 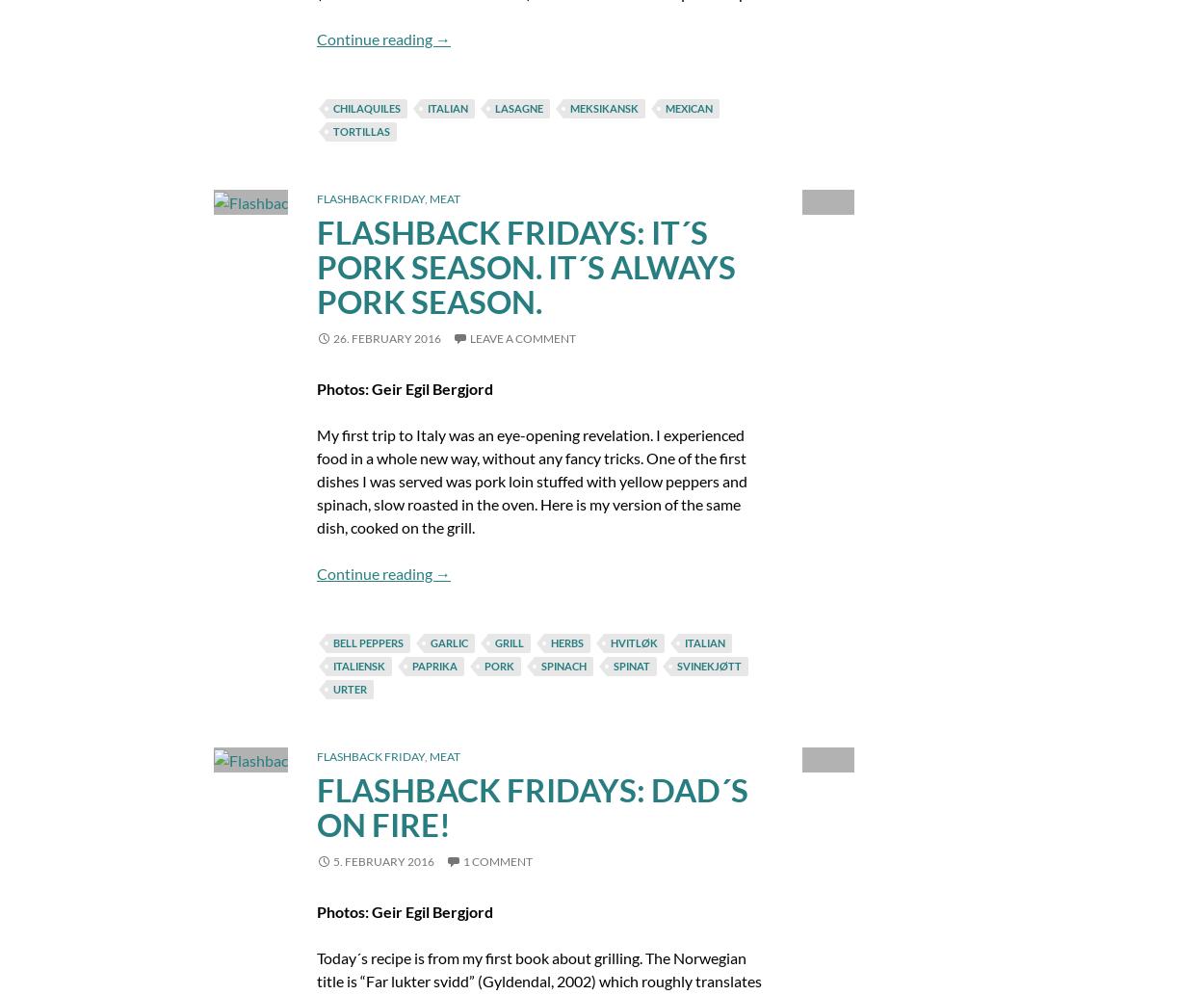 I want to click on 'Flashback Fridays: It´s Pork Season. It´s Always Pork Season.', so click(x=525, y=265).